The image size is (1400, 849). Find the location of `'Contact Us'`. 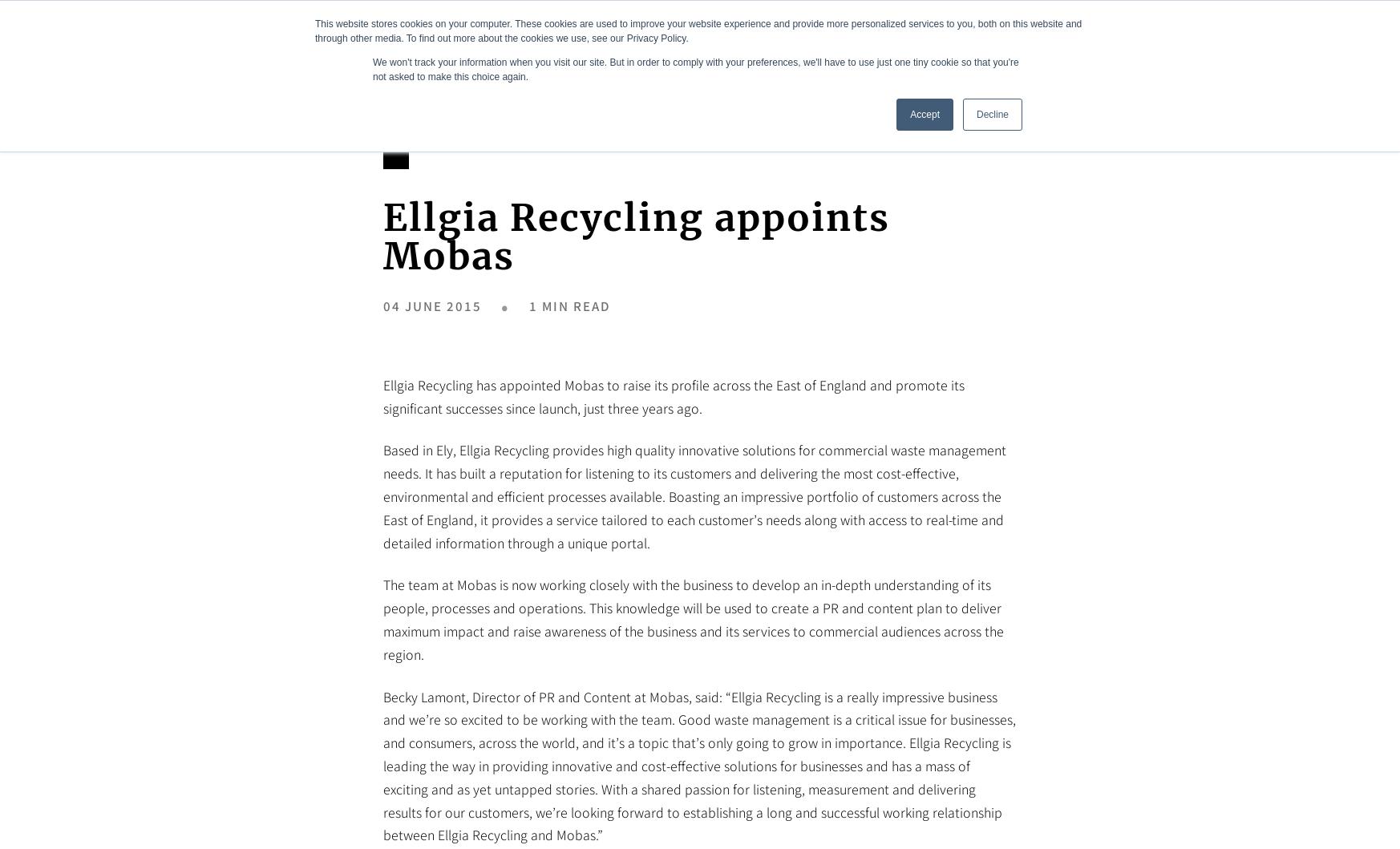

'Contact Us' is located at coordinates (1222, 45).